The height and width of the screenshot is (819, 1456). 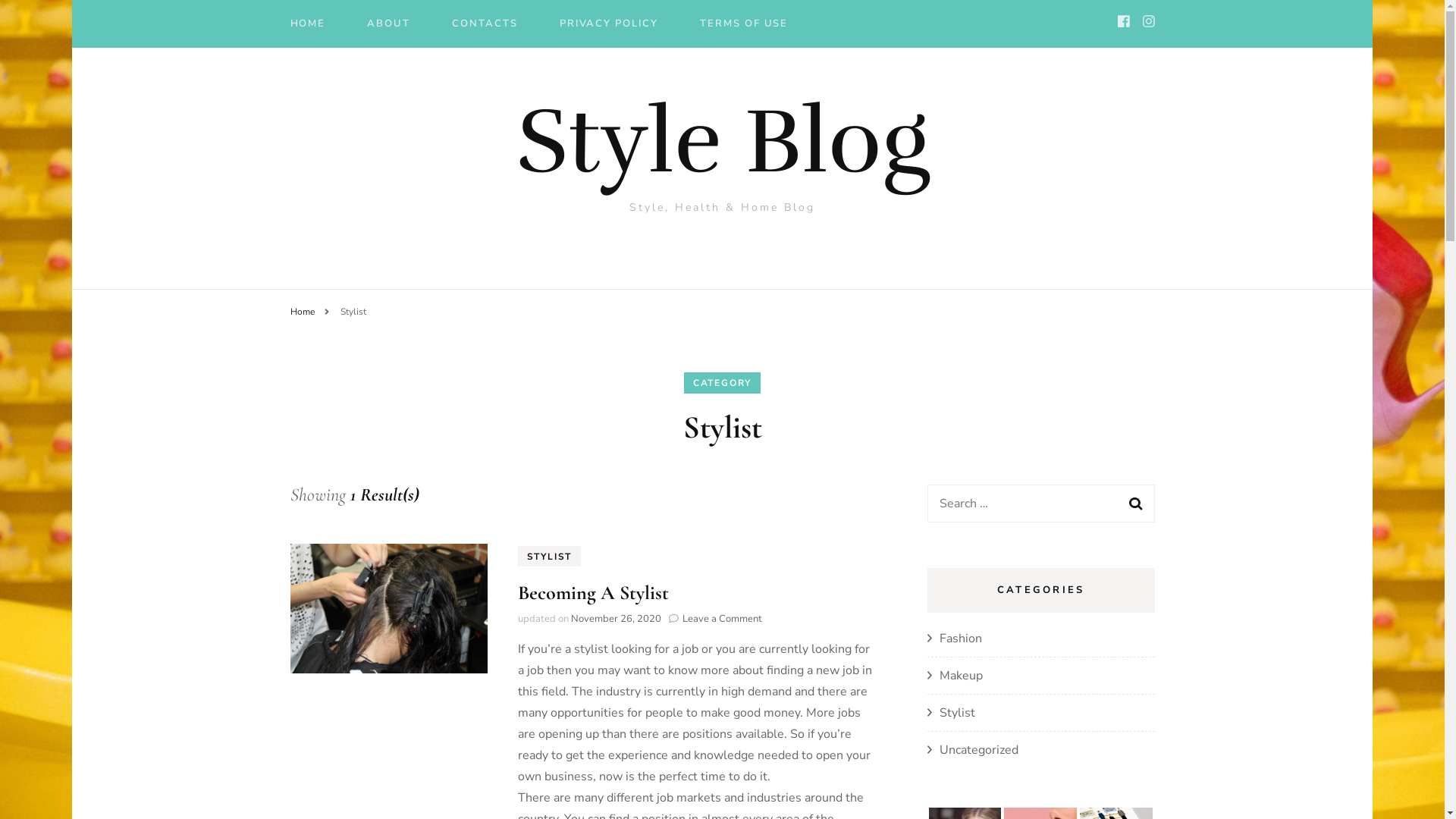 What do you see at coordinates (1128, 504) in the screenshot?
I see `'Search'` at bounding box center [1128, 504].